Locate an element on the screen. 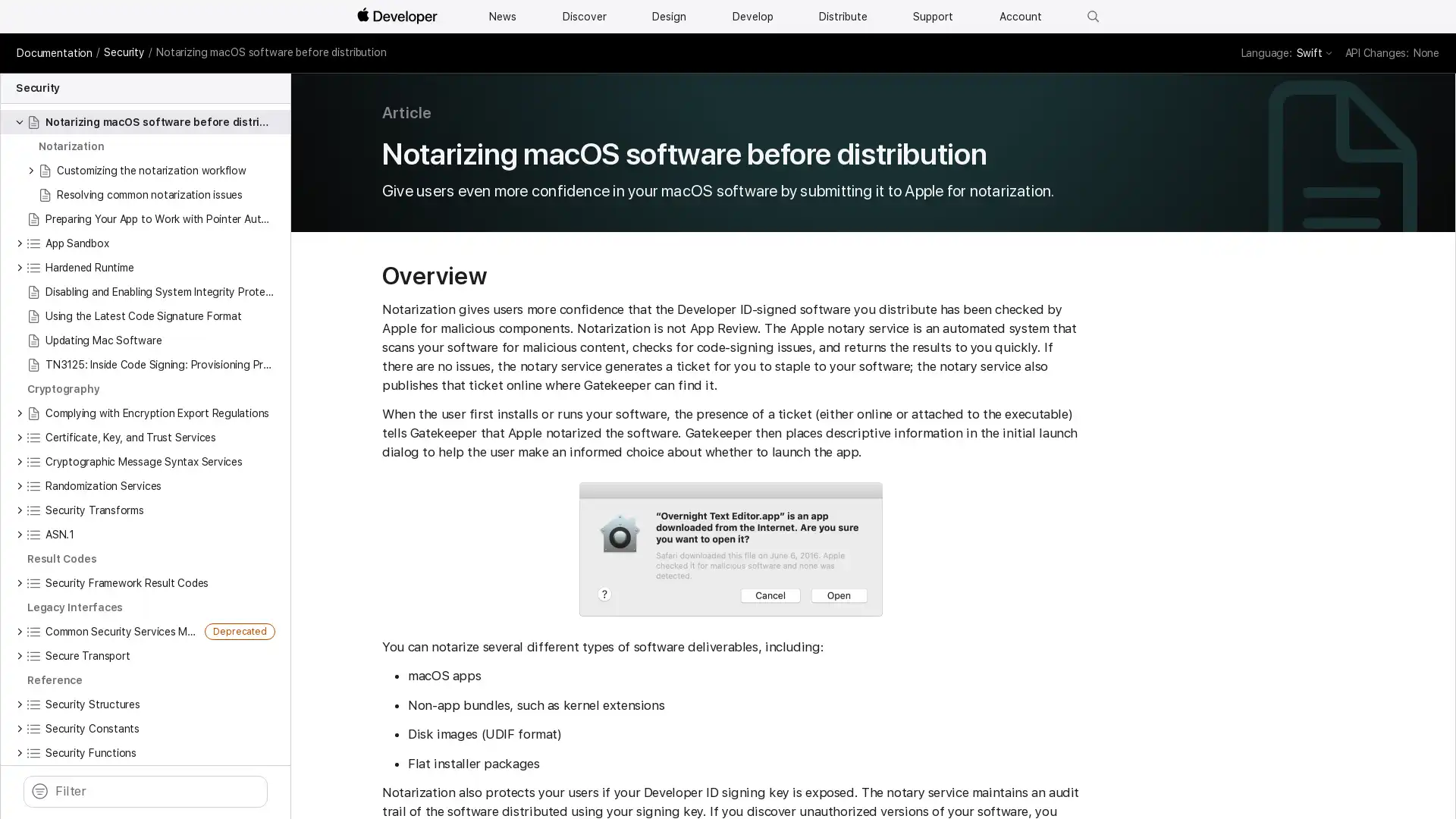 The height and width of the screenshot is (819, 1456). Security Data Types is located at coordinates (17, 786).